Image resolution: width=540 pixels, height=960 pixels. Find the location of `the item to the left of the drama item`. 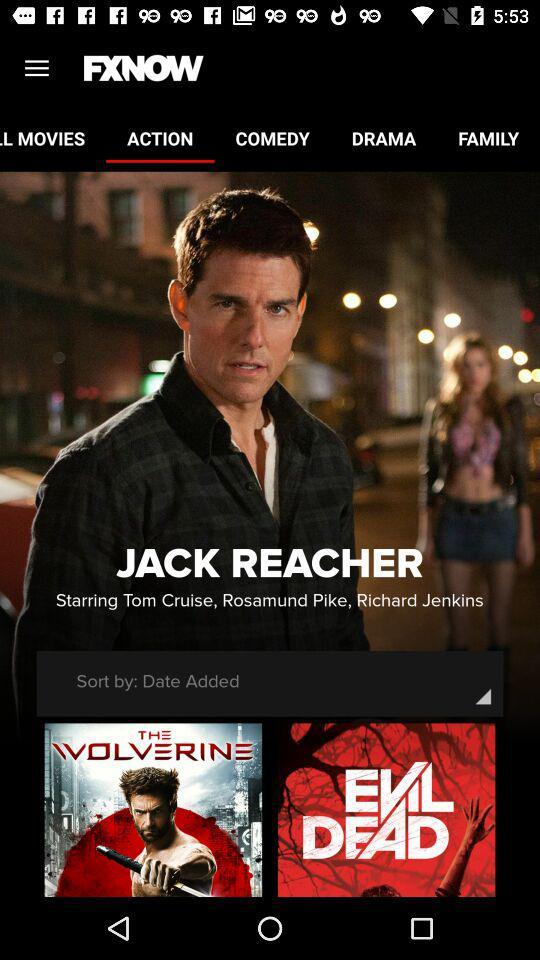

the item to the left of the drama item is located at coordinates (271, 137).